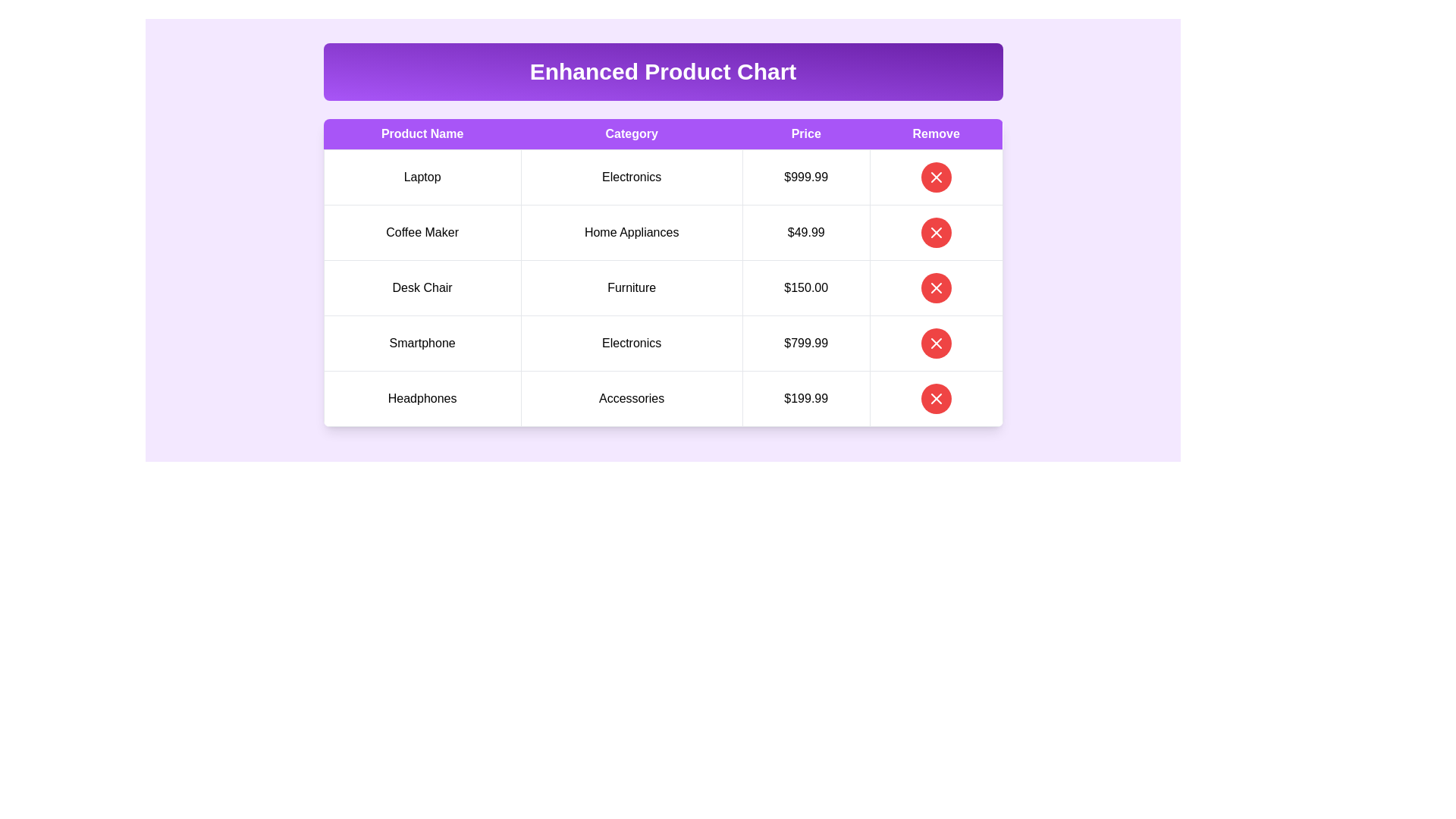 This screenshot has height=819, width=1456. Describe the element at coordinates (935, 343) in the screenshot. I see `the circular action button with an icon in the last cell of the fourth row` at that location.